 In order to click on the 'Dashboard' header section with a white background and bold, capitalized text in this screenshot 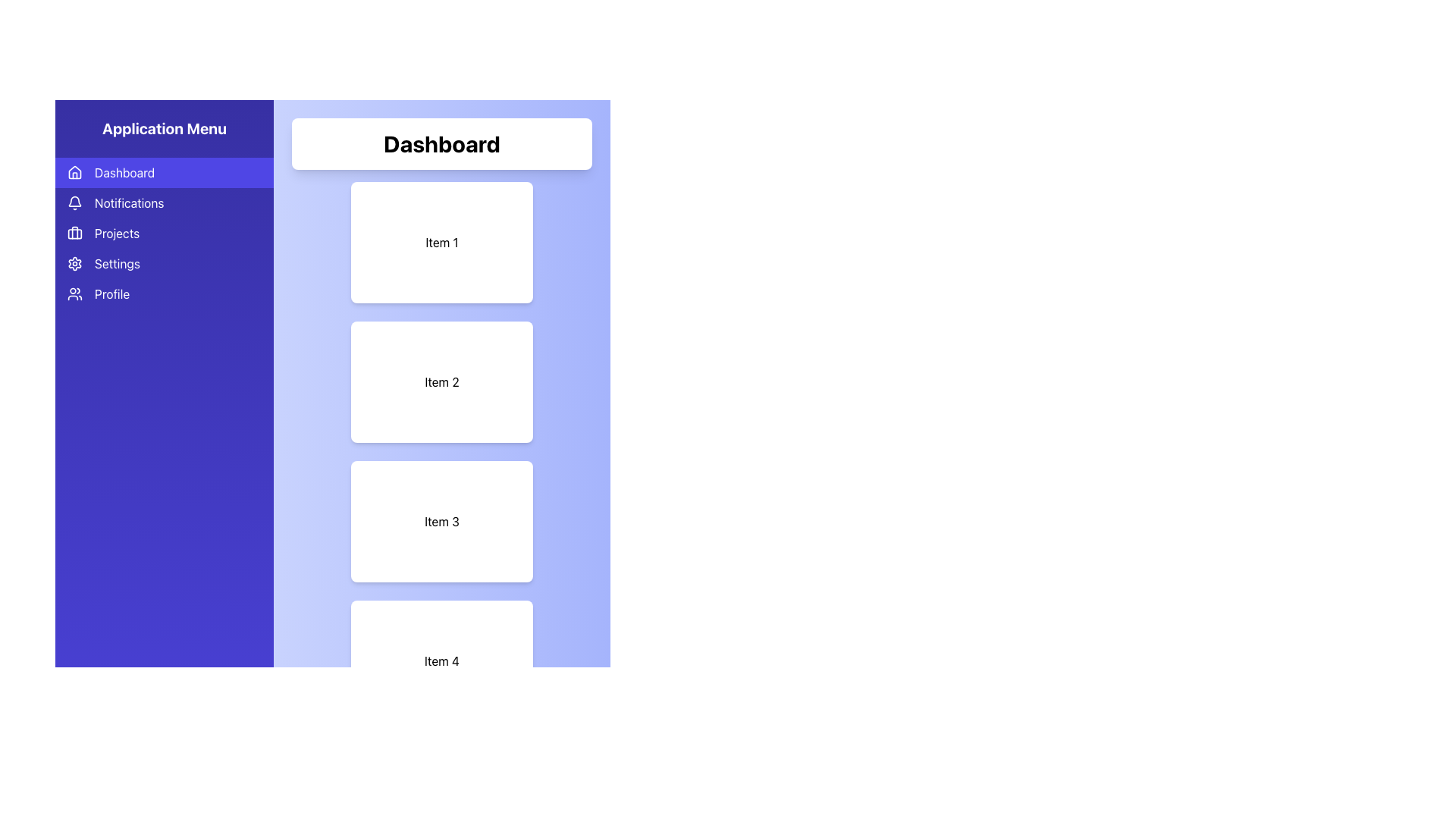, I will do `click(441, 143)`.